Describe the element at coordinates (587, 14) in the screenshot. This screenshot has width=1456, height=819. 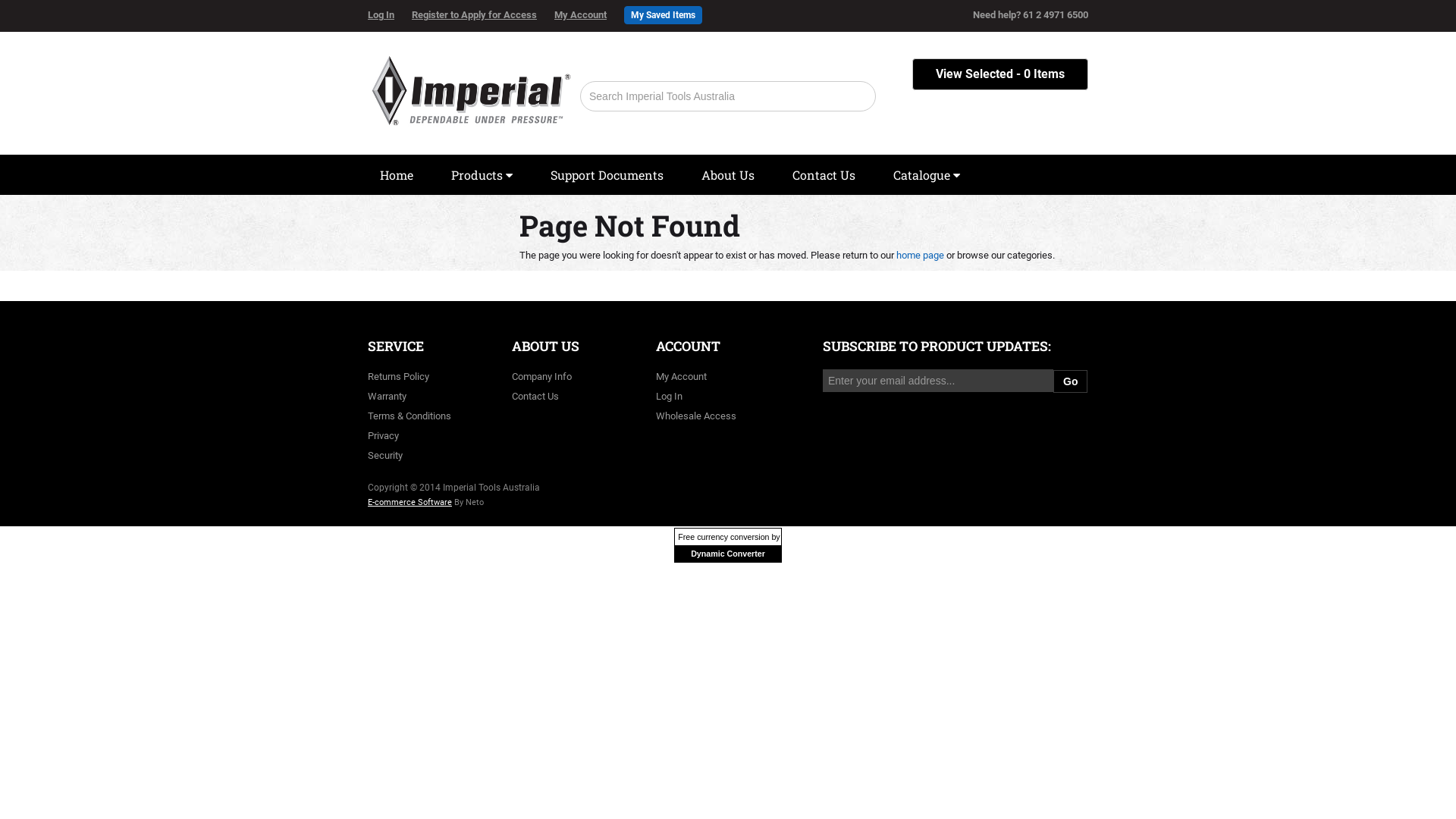
I see `'My Account'` at that location.